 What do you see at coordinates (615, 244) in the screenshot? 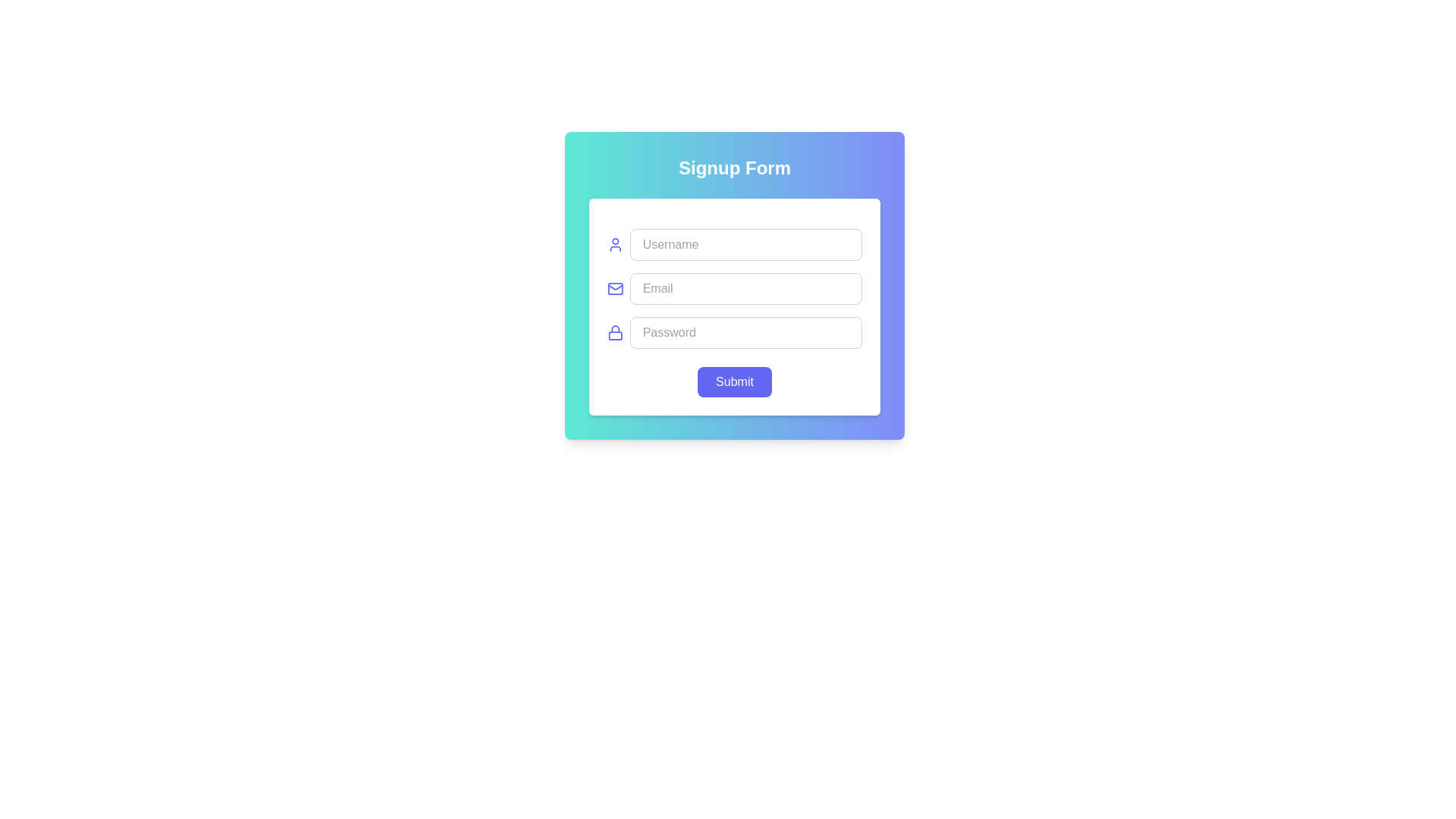
I see `the user silhouette icon, which is indigo in color and located next to the 'Username' text input field in the form` at bounding box center [615, 244].